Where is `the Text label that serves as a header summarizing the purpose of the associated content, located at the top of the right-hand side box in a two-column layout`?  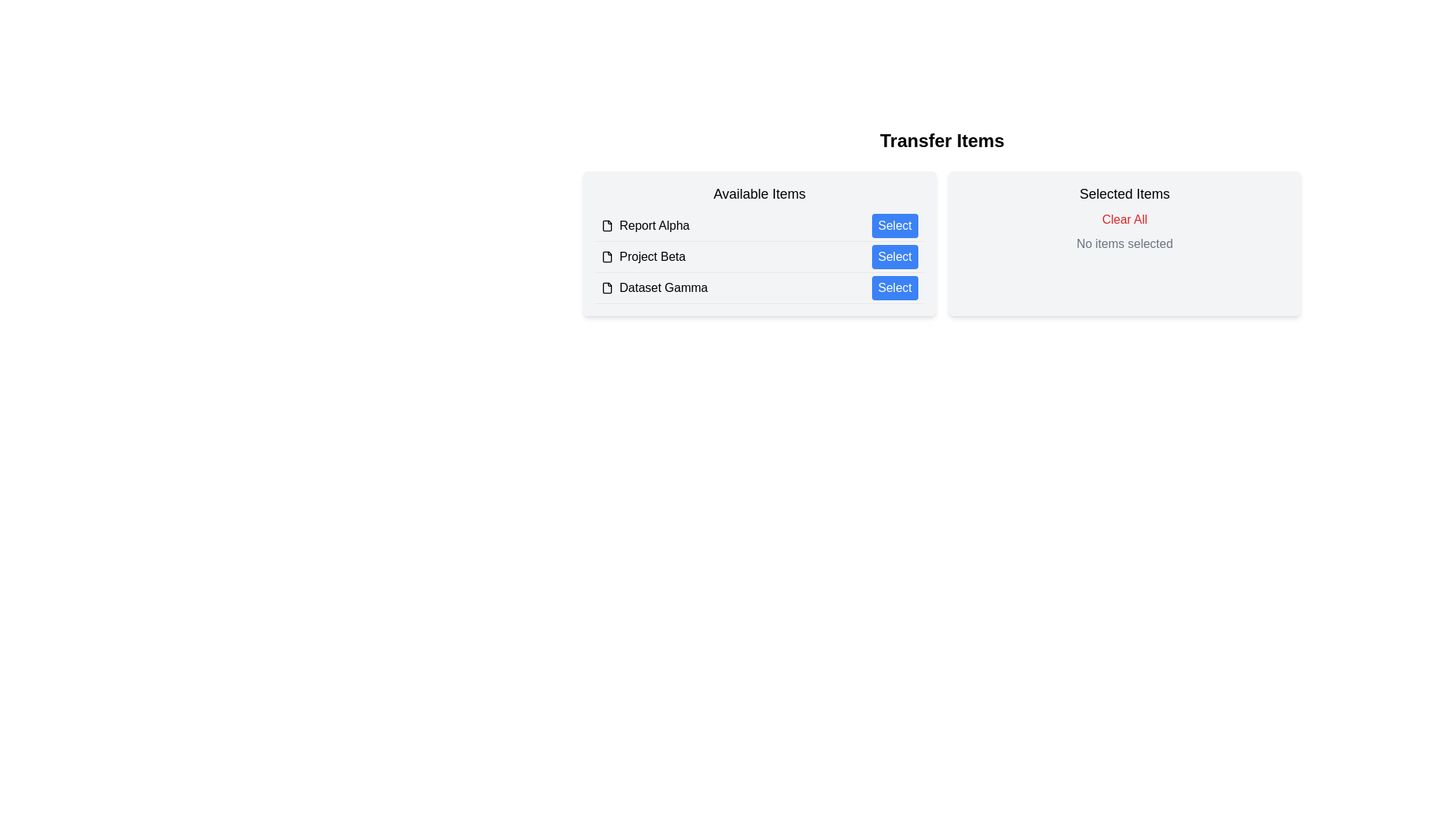 the Text label that serves as a header summarizing the purpose of the associated content, located at the top of the right-hand side box in a two-column layout is located at coordinates (1125, 193).